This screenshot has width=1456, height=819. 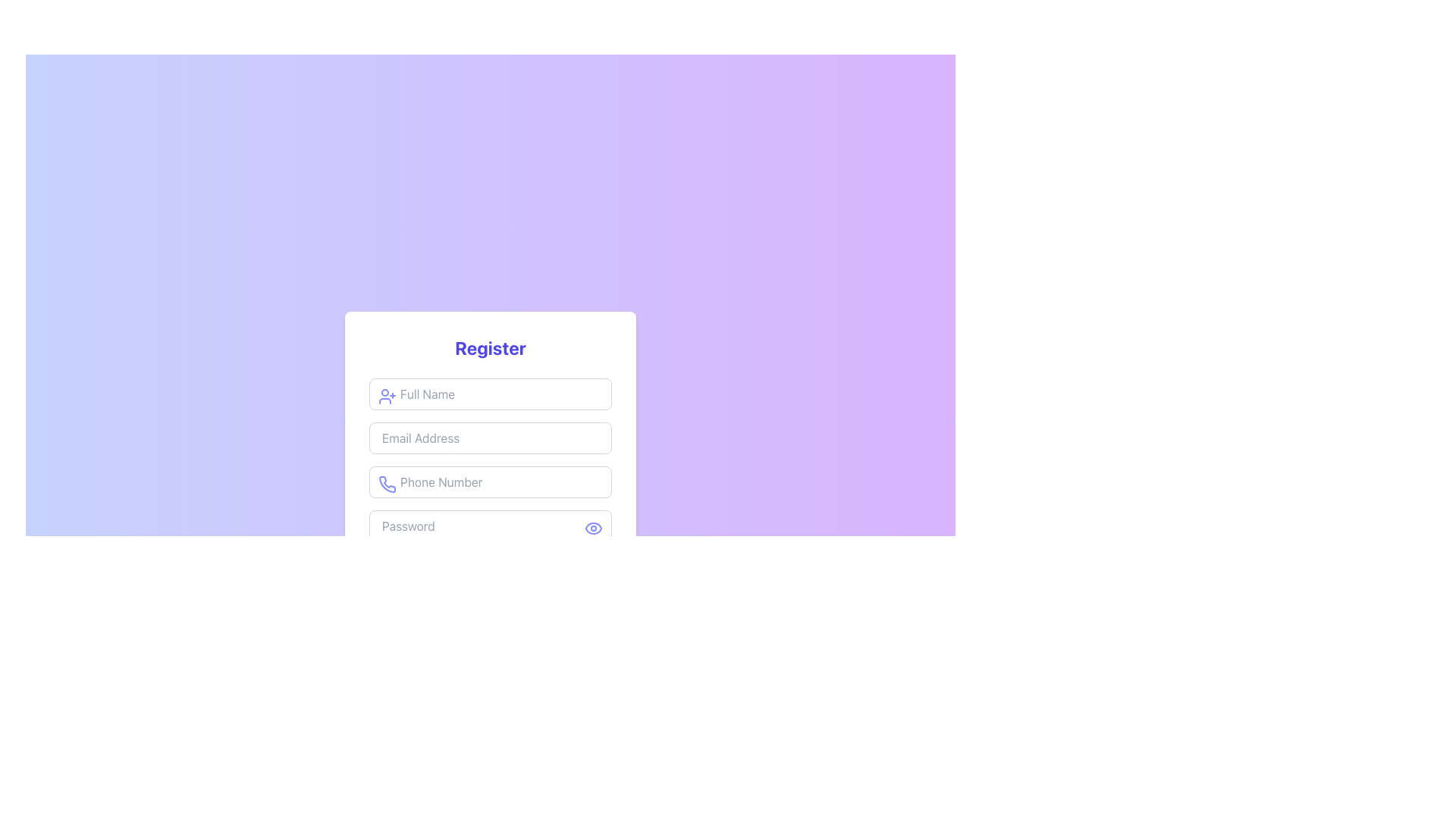 I want to click on to focus on the email input field, which is the second input field in the registration form, located directly below the 'Full Name' field and above the 'Phone Number' field, so click(x=491, y=438).